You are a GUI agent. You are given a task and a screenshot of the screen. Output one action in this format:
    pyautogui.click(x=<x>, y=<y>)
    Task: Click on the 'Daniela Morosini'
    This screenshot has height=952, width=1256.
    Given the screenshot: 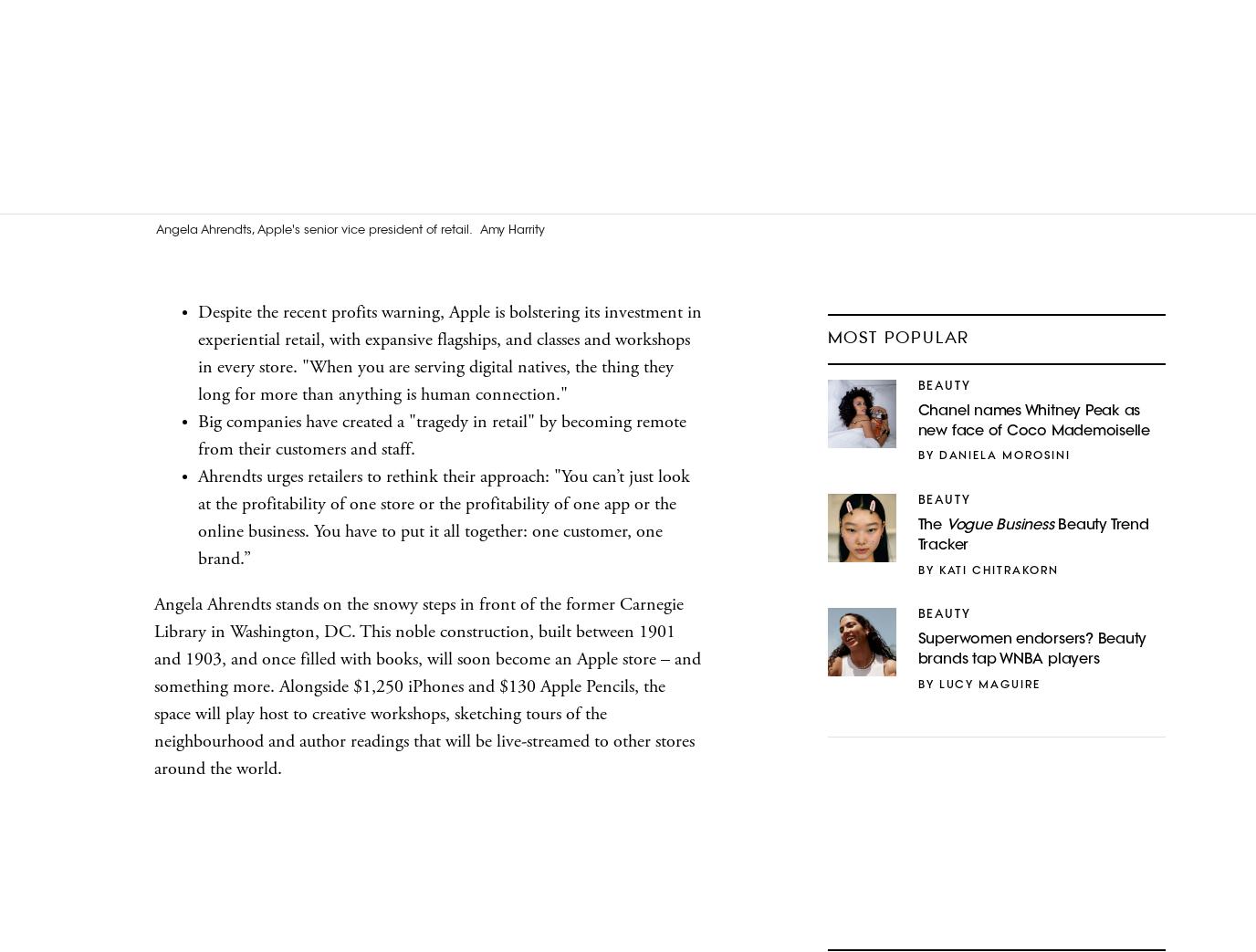 What is the action you would take?
    pyautogui.click(x=1002, y=455)
    